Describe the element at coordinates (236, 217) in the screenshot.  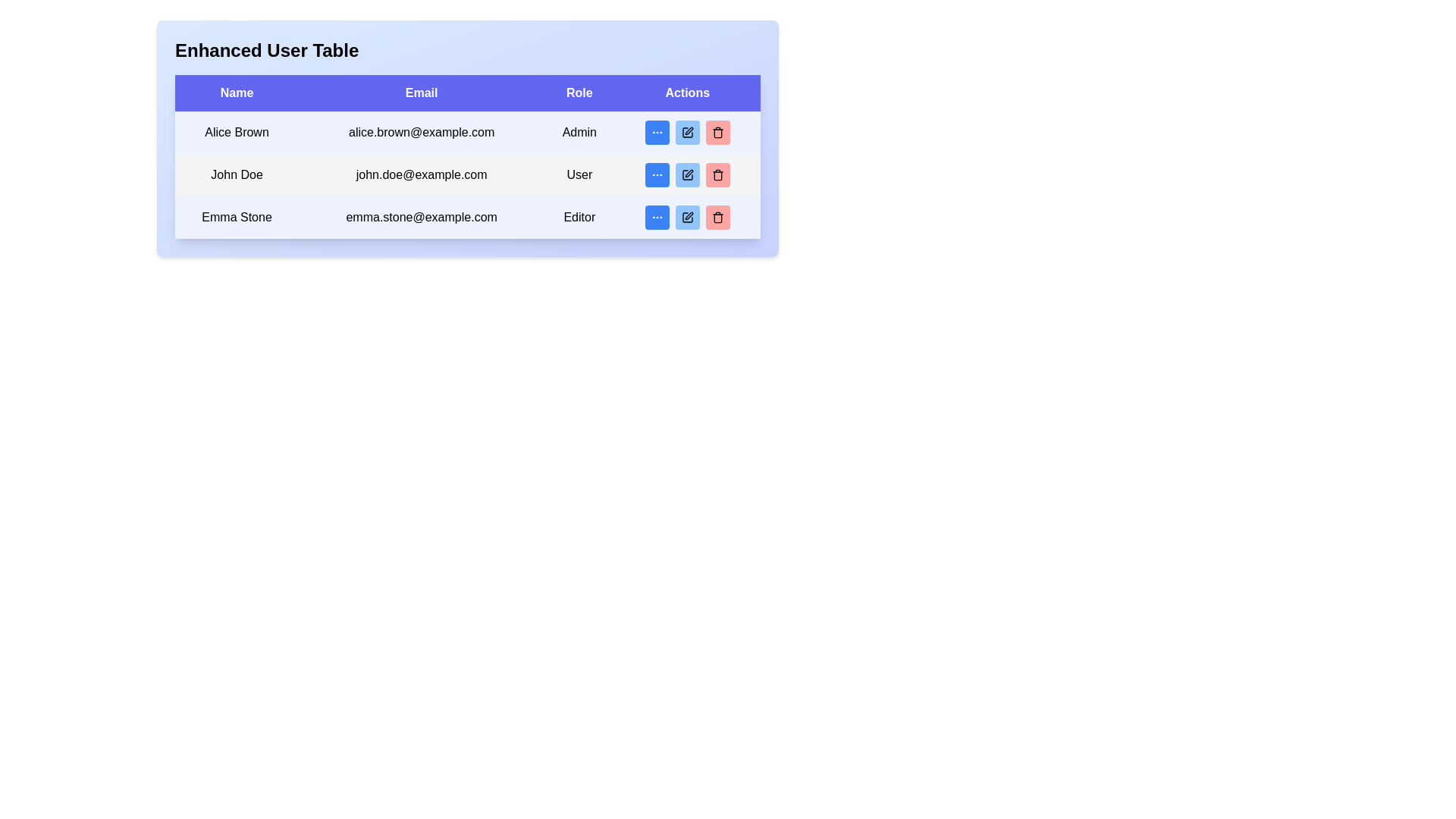
I see `the static text label displaying 'Emma Stone' in the first cell of the third row under the 'Name' column` at that location.